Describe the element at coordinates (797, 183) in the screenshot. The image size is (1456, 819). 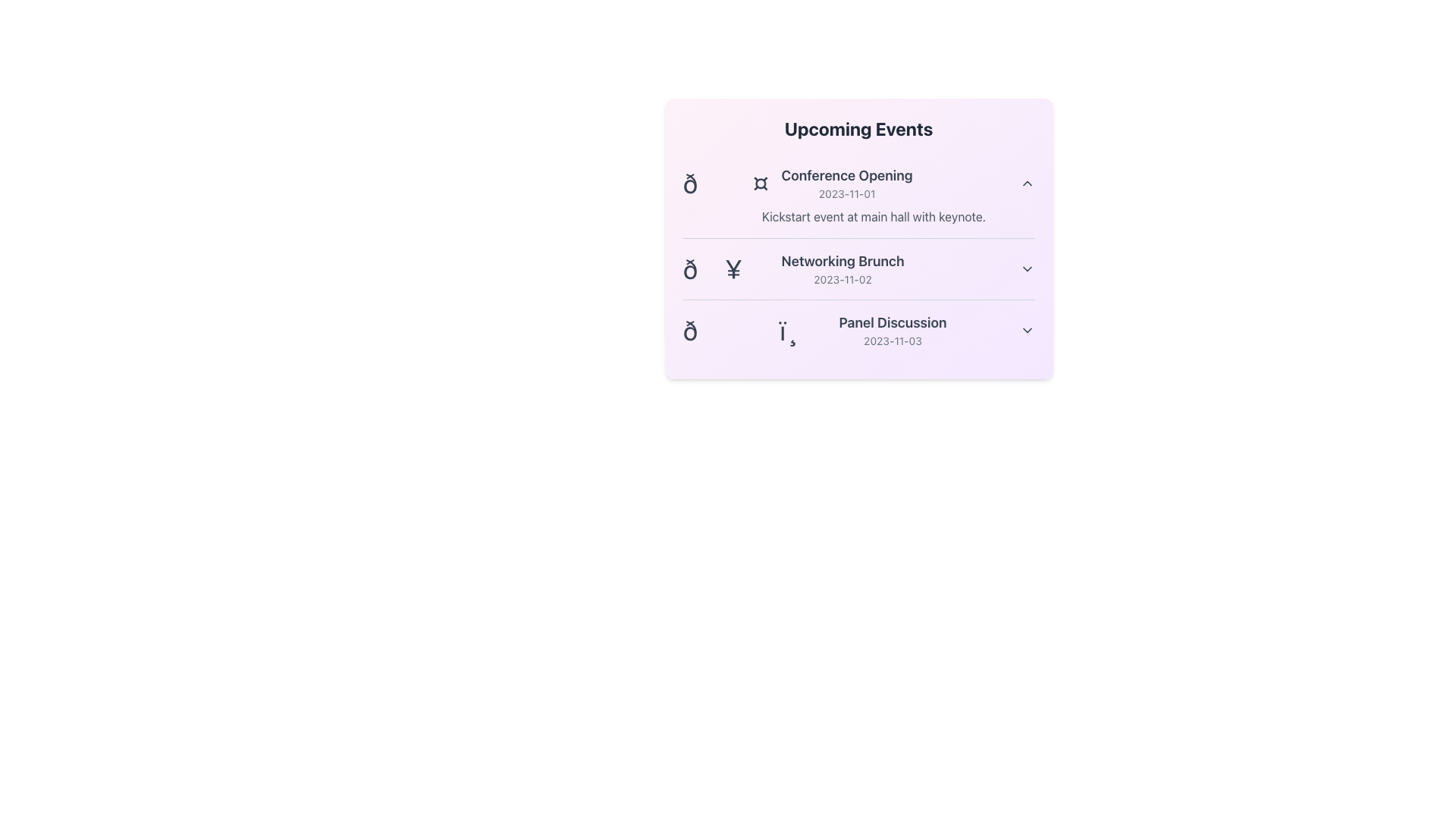
I see `the event list item displaying event details at the top of the 'Upcoming Events' card` at that location.